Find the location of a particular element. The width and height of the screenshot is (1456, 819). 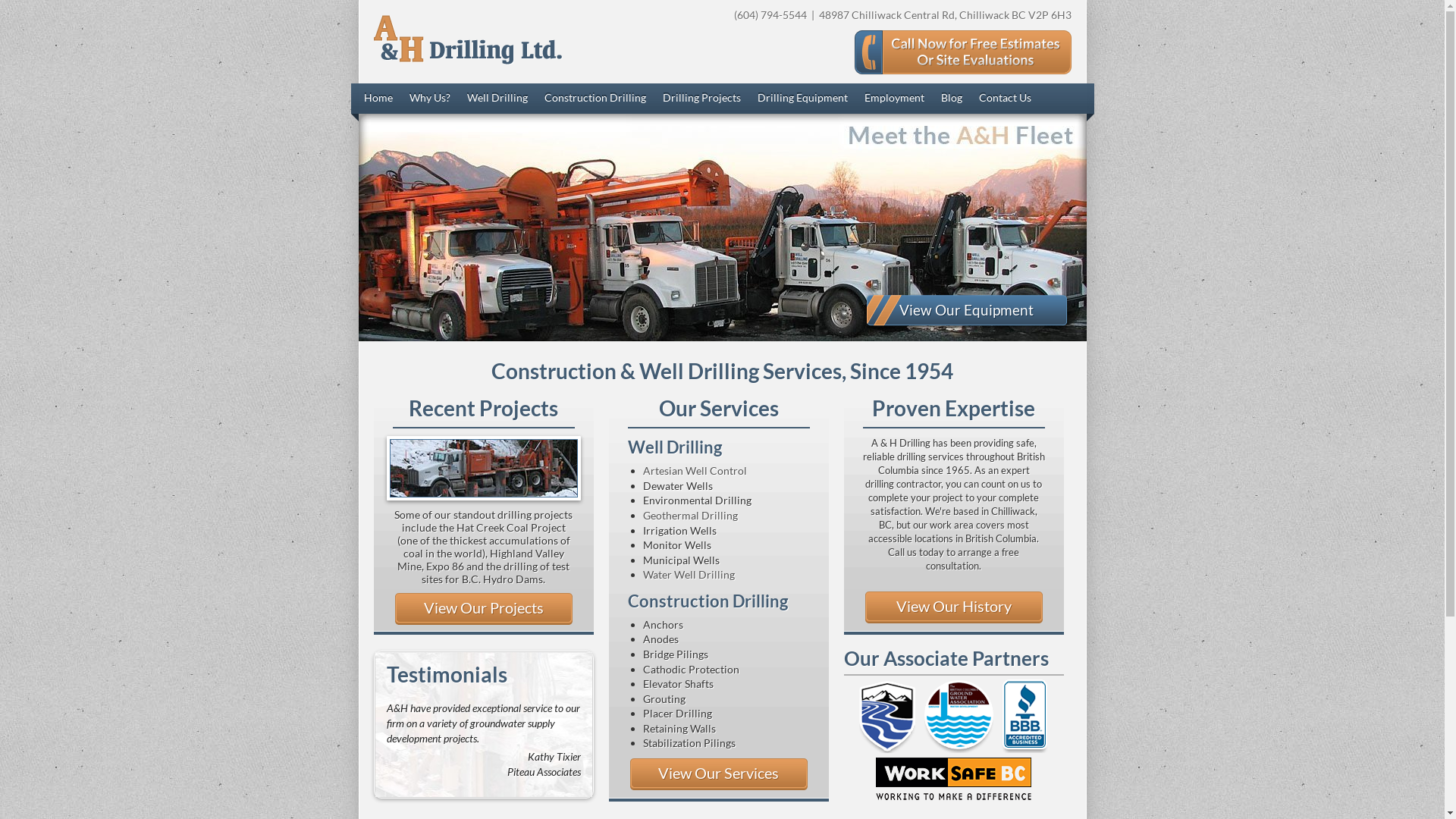

'Artesian Well Control' is located at coordinates (694, 469).